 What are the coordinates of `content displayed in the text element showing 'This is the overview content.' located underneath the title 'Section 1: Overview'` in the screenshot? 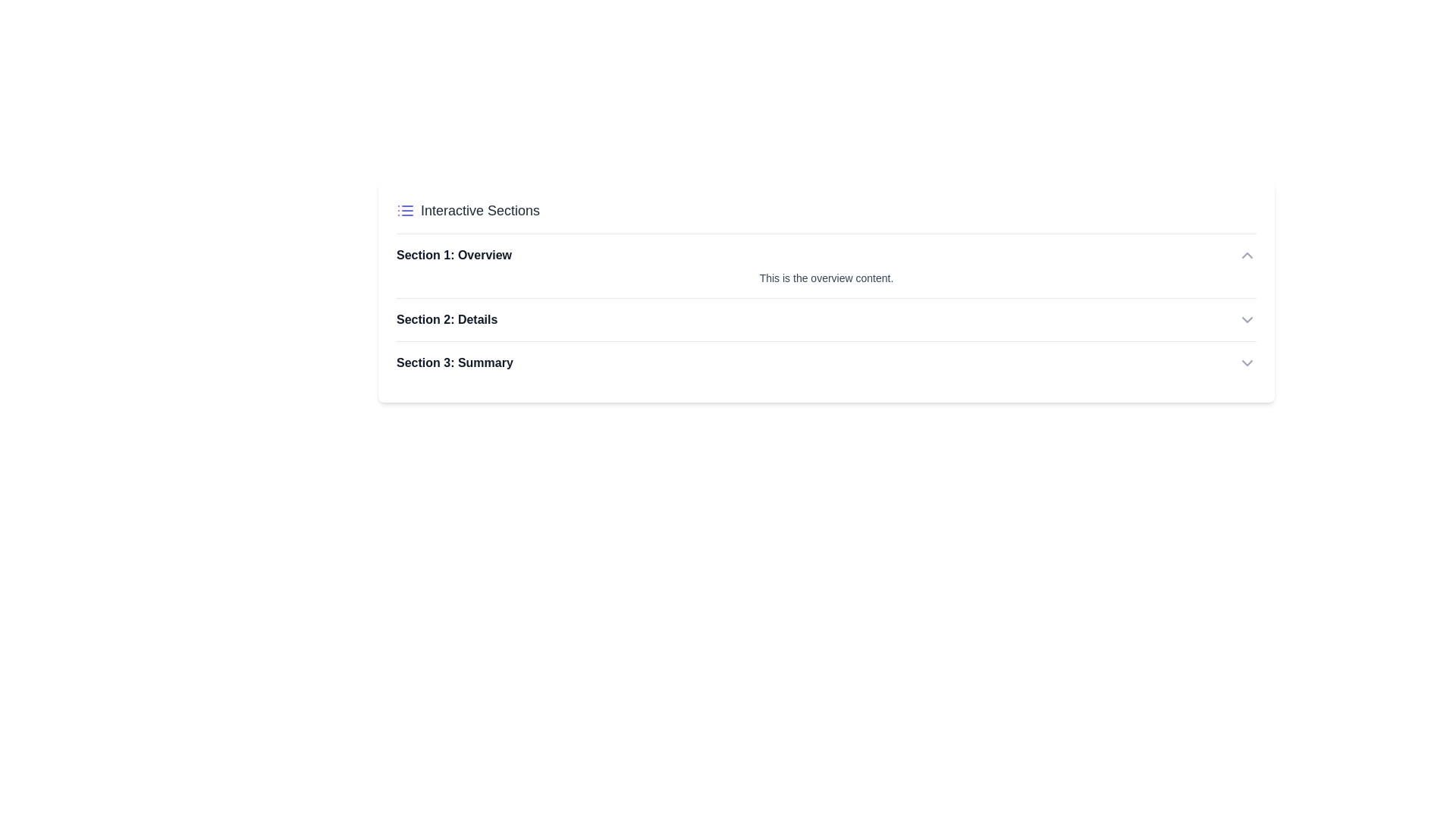 It's located at (825, 278).